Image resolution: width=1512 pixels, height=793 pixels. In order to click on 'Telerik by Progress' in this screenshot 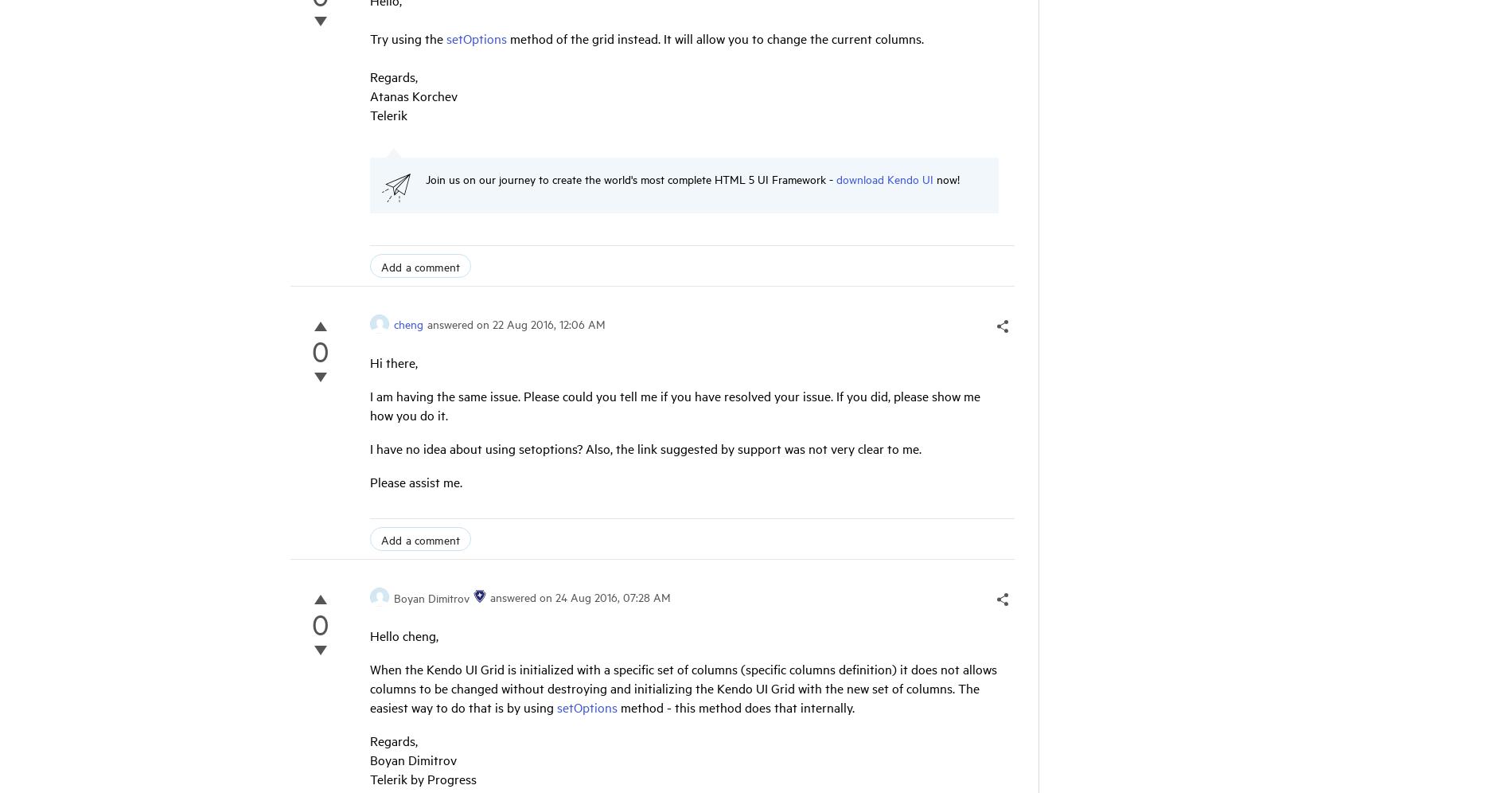, I will do `click(368, 777)`.